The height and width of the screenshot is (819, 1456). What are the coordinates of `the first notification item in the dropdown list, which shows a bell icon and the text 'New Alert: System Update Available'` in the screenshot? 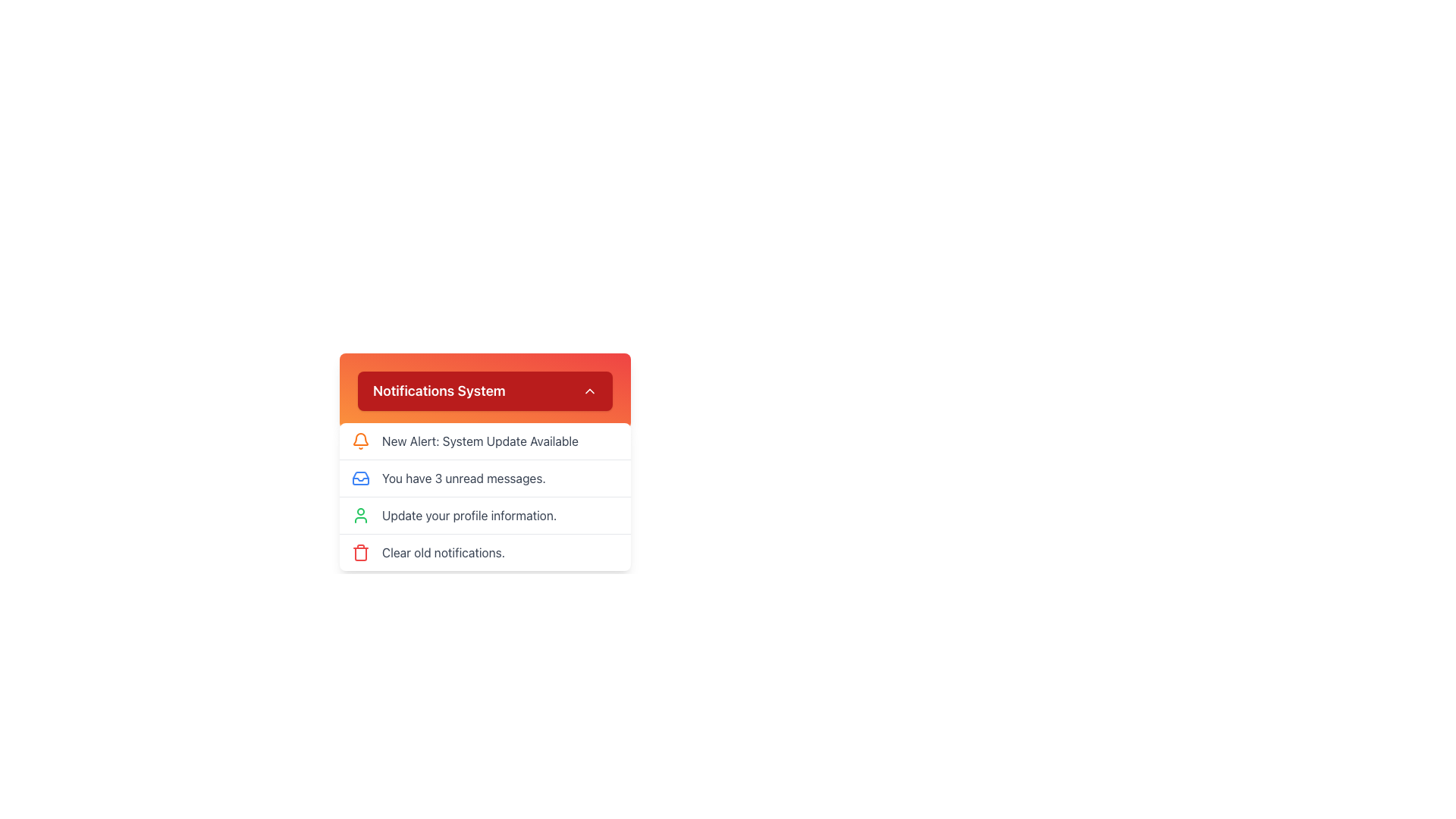 It's located at (484, 441).